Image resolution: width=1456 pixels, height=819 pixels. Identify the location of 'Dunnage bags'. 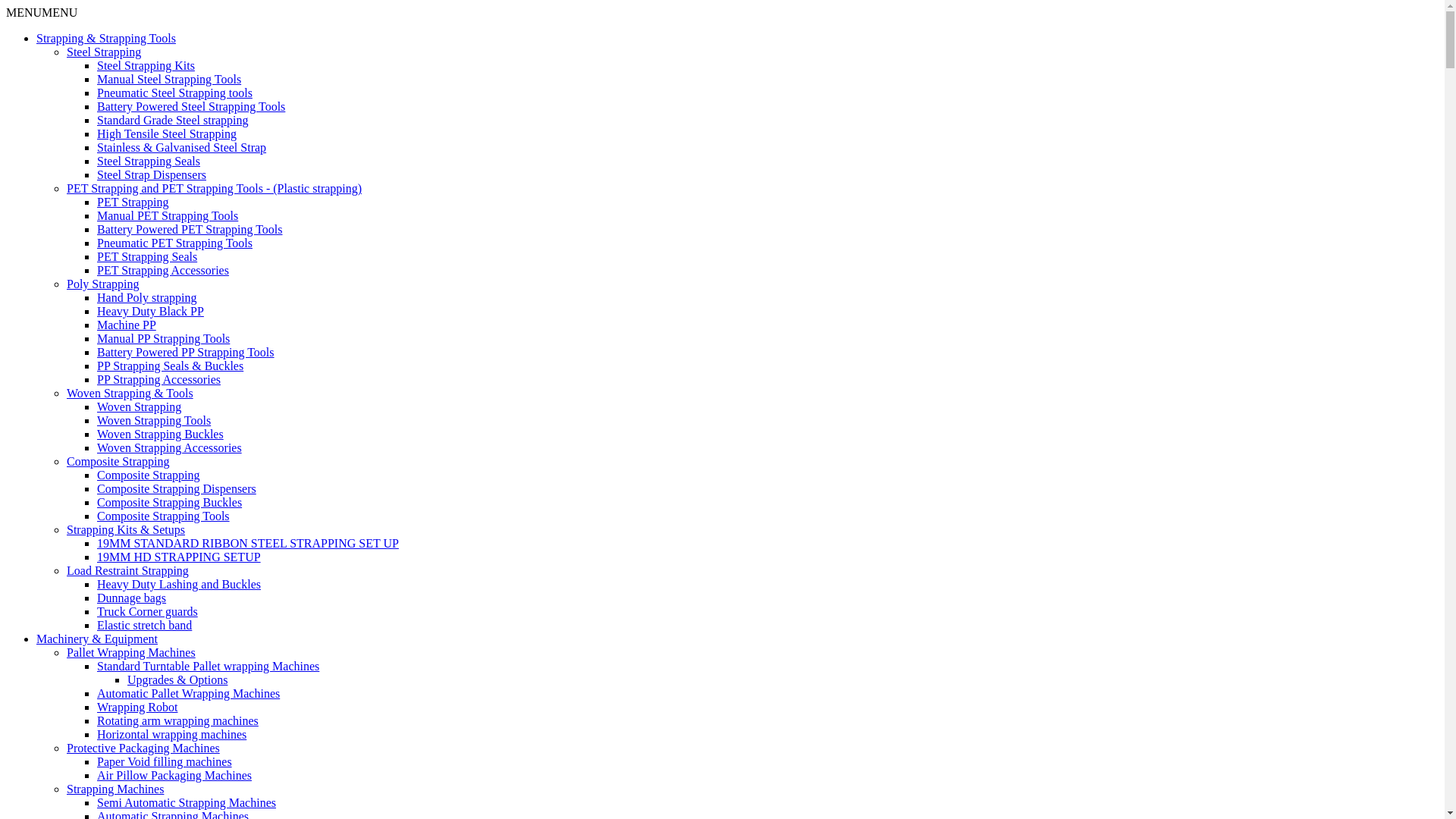
(131, 597).